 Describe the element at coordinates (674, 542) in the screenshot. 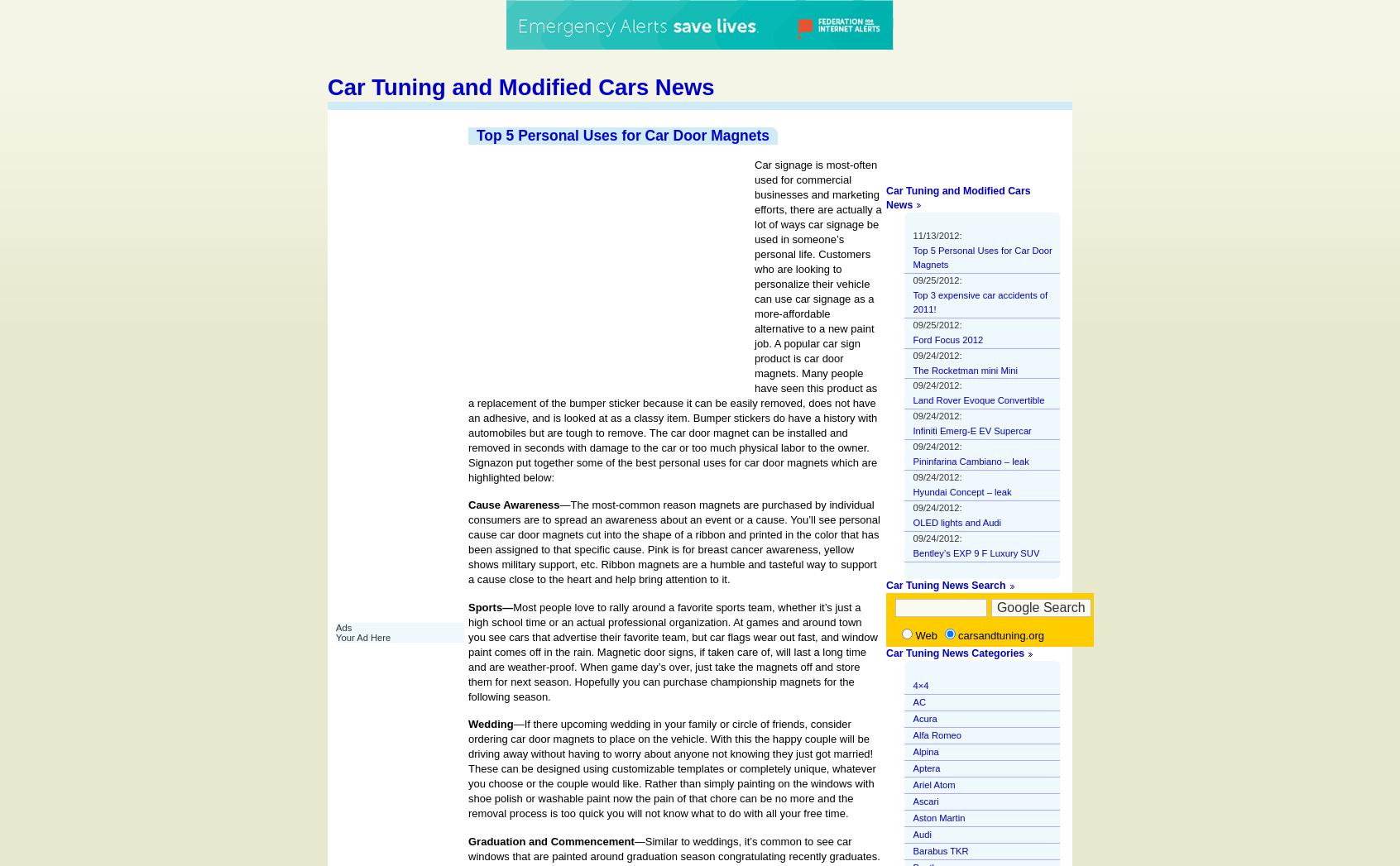

I see `'—The most-common reason magnets are purchased by individual consumers are to spread an awareness about an event or a cause. You’ll see personal cause car door magnets cut into the shape of a ribbon and printed in the color that has been assigned to that specific cause. Pink is for breast cancer awareness, yellow shows military support, etc. Ribbon magnets are a humble and tasteful way to support a cause close to the heart and help bring attention to it.'` at that location.